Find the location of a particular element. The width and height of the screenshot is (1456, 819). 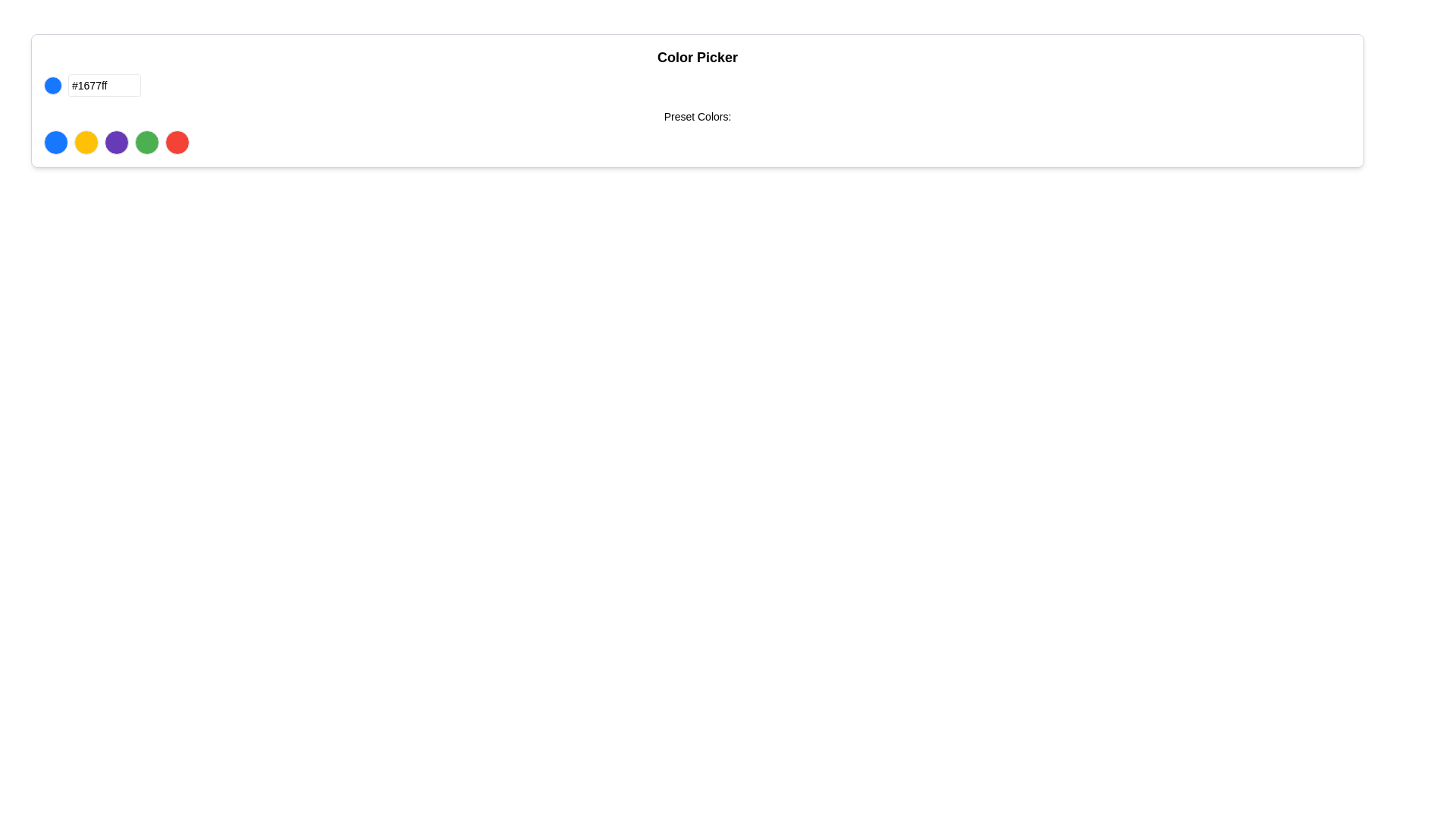

the circular red button located at the far-right of the row of color buttons is located at coordinates (177, 143).